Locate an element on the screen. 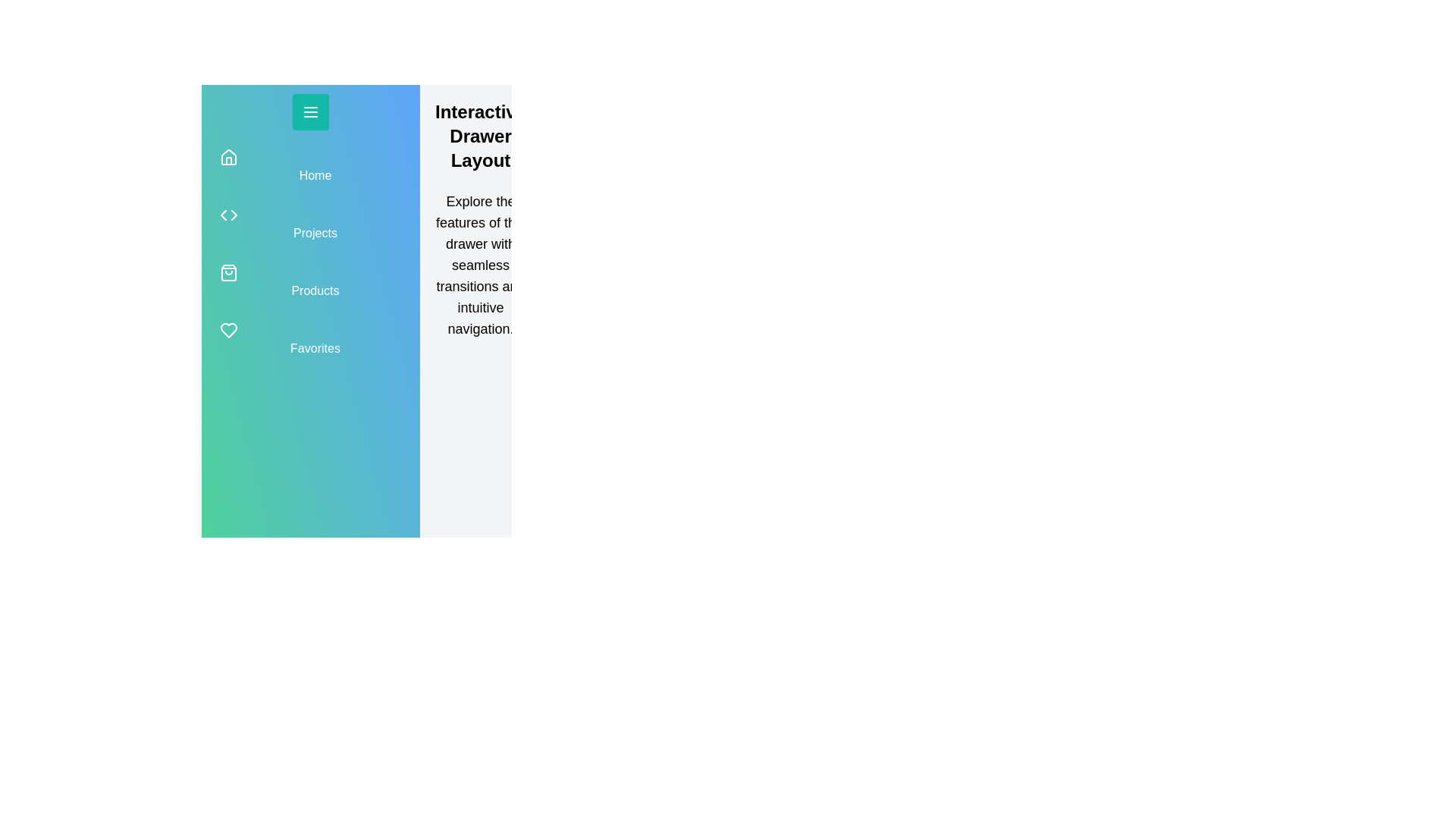 This screenshot has width=1456, height=819. the navigation item Home is located at coordinates (309, 166).